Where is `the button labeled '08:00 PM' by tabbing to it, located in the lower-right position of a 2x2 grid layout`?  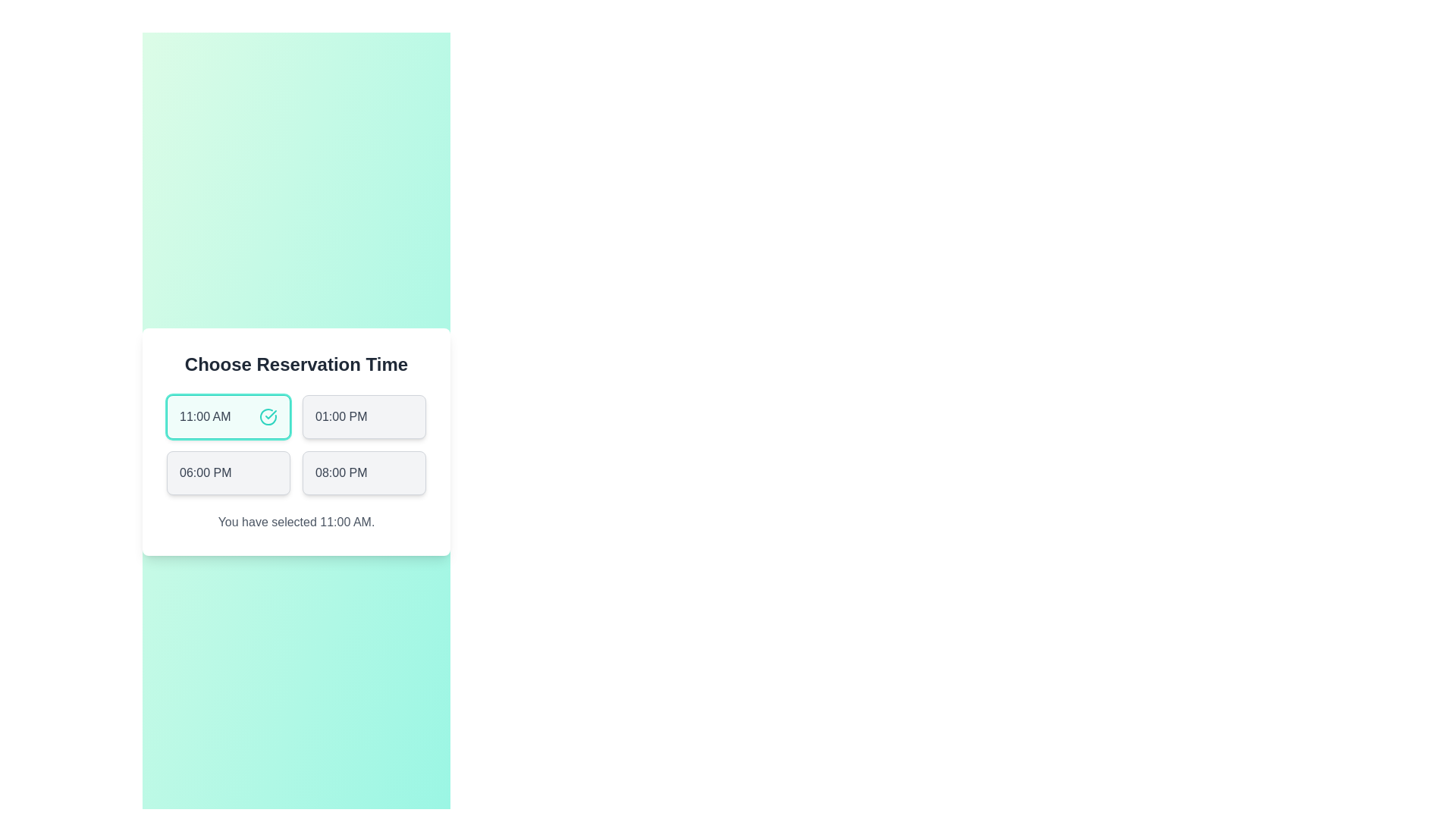 the button labeled '08:00 PM' by tabbing to it, located in the lower-right position of a 2x2 grid layout is located at coordinates (364, 472).